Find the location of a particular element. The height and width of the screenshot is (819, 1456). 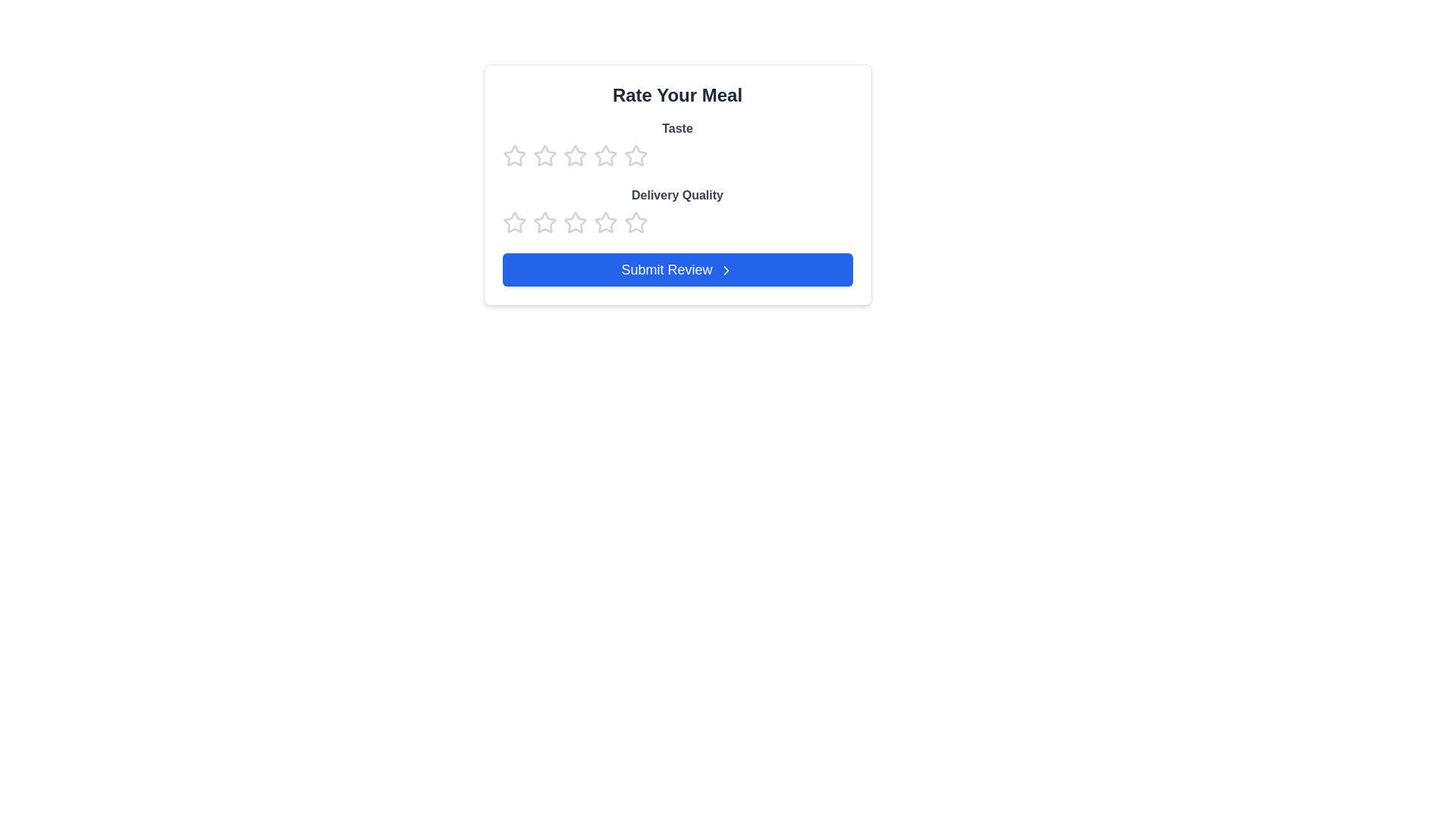

the second star icon in the row of five stars under the 'Taste' category in the 'Rate Your Meal' section is located at coordinates (604, 155).